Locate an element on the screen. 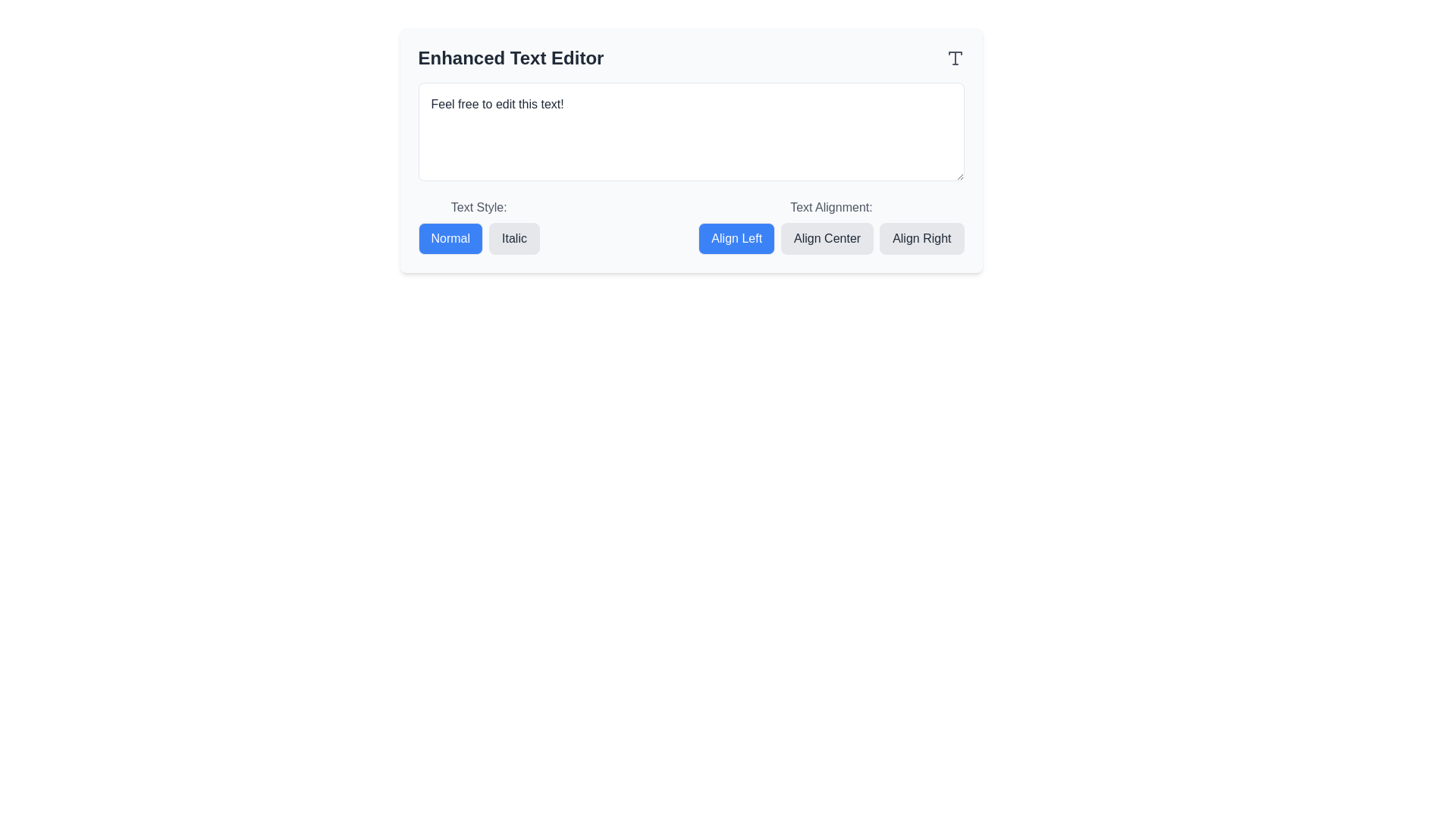 Image resolution: width=1456 pixels, height=819 pixels. the 'Normal' button in the Toggle button group below the 'Text Style:' label in the Enhanced Text Editor is located at coordinates (478, 239).